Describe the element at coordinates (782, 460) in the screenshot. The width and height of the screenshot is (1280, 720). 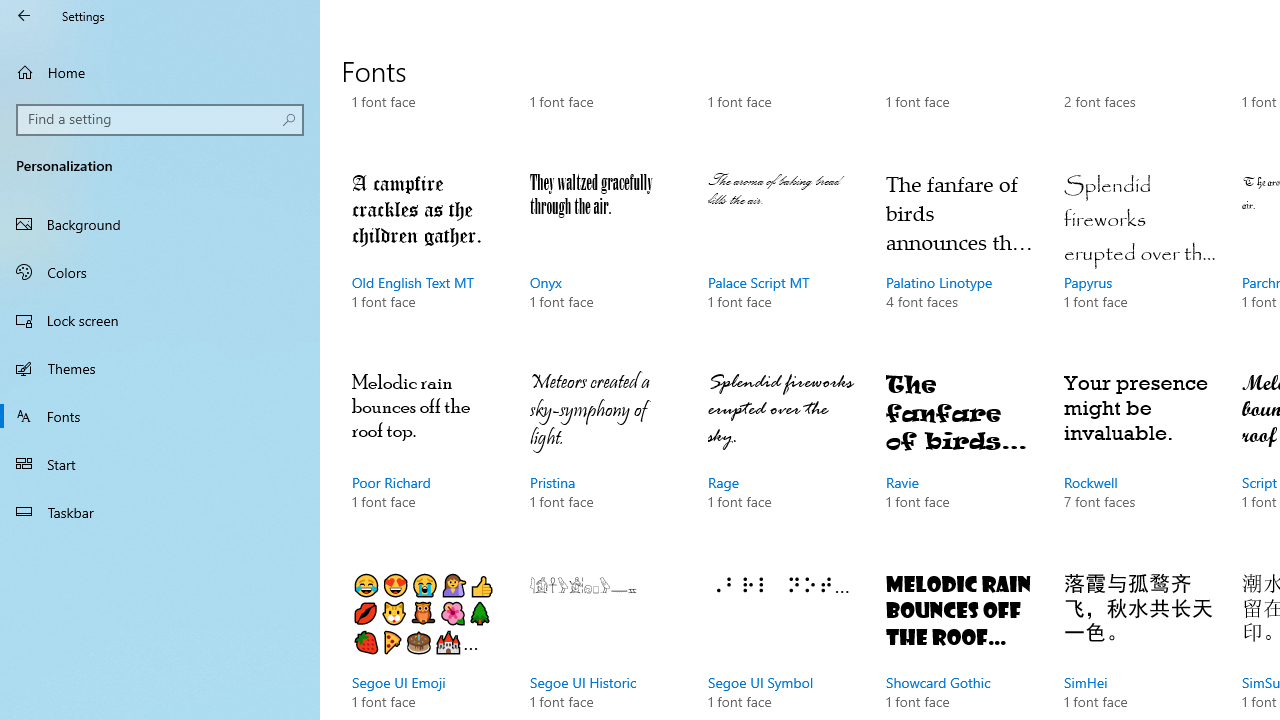
I see `'Rage, 1 font face'` at that location.